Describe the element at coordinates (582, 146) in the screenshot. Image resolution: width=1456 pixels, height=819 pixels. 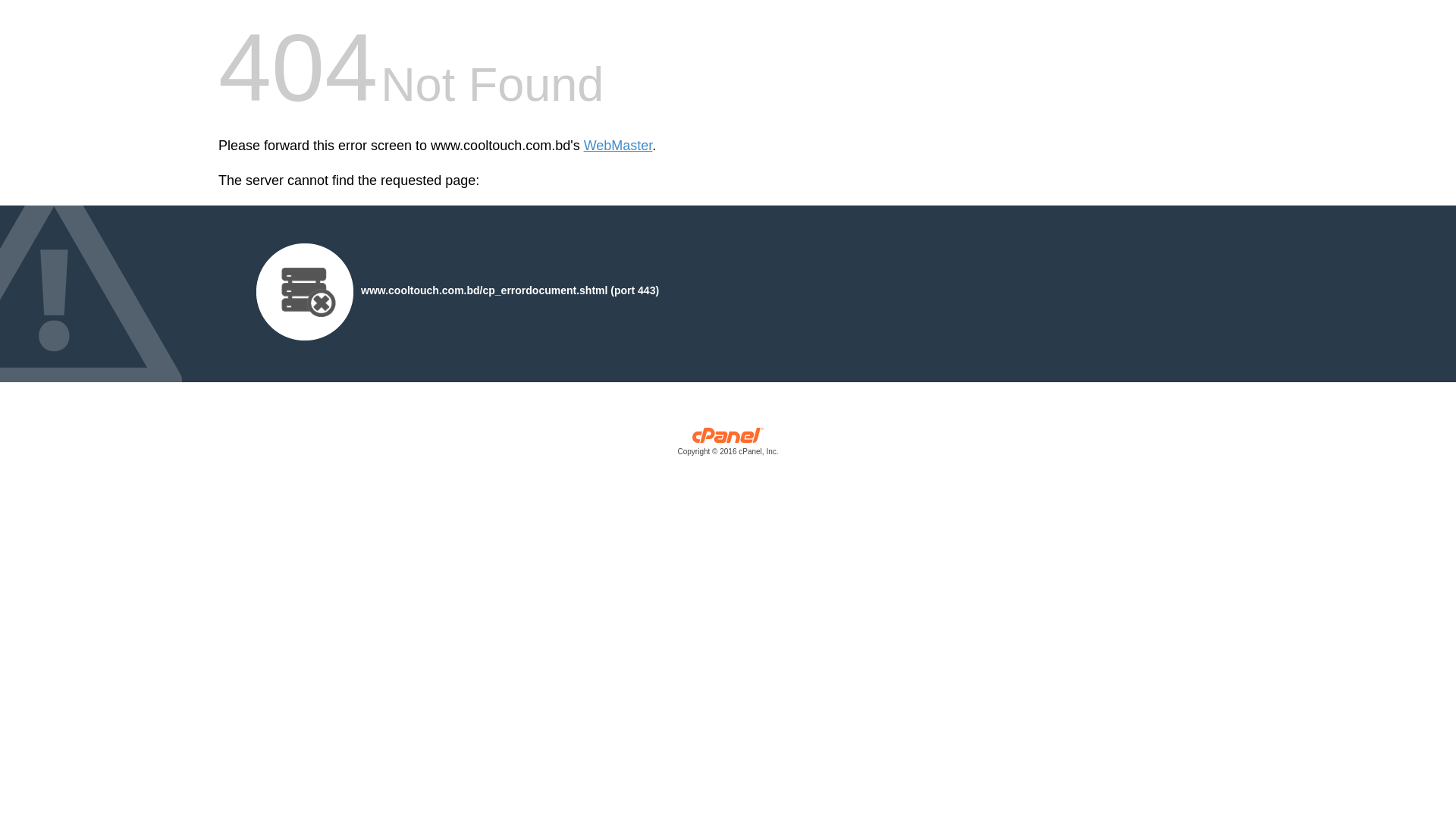
I see `'WebMaster'` at that location.